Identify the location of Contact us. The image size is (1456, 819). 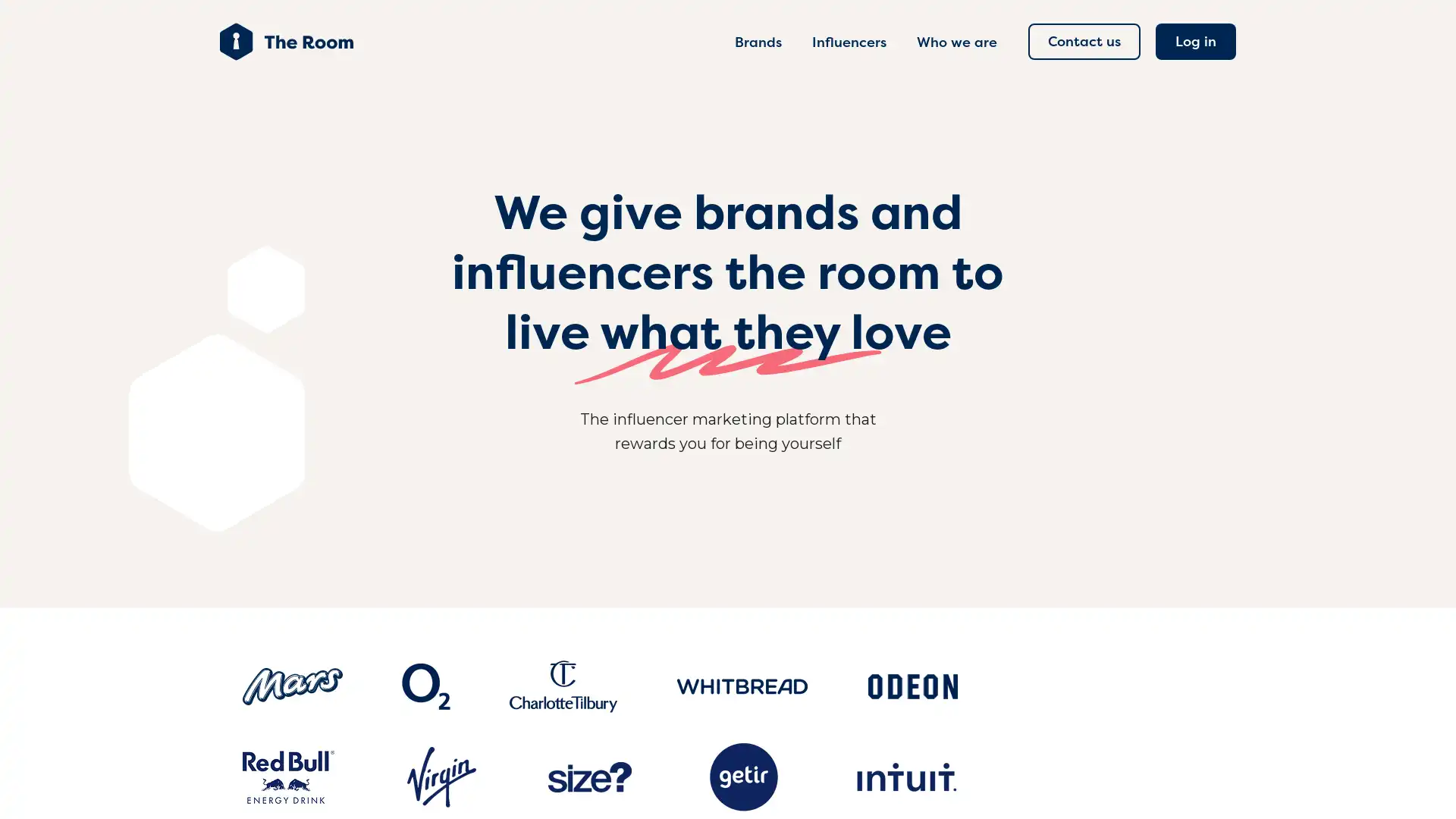
(1084, 40).